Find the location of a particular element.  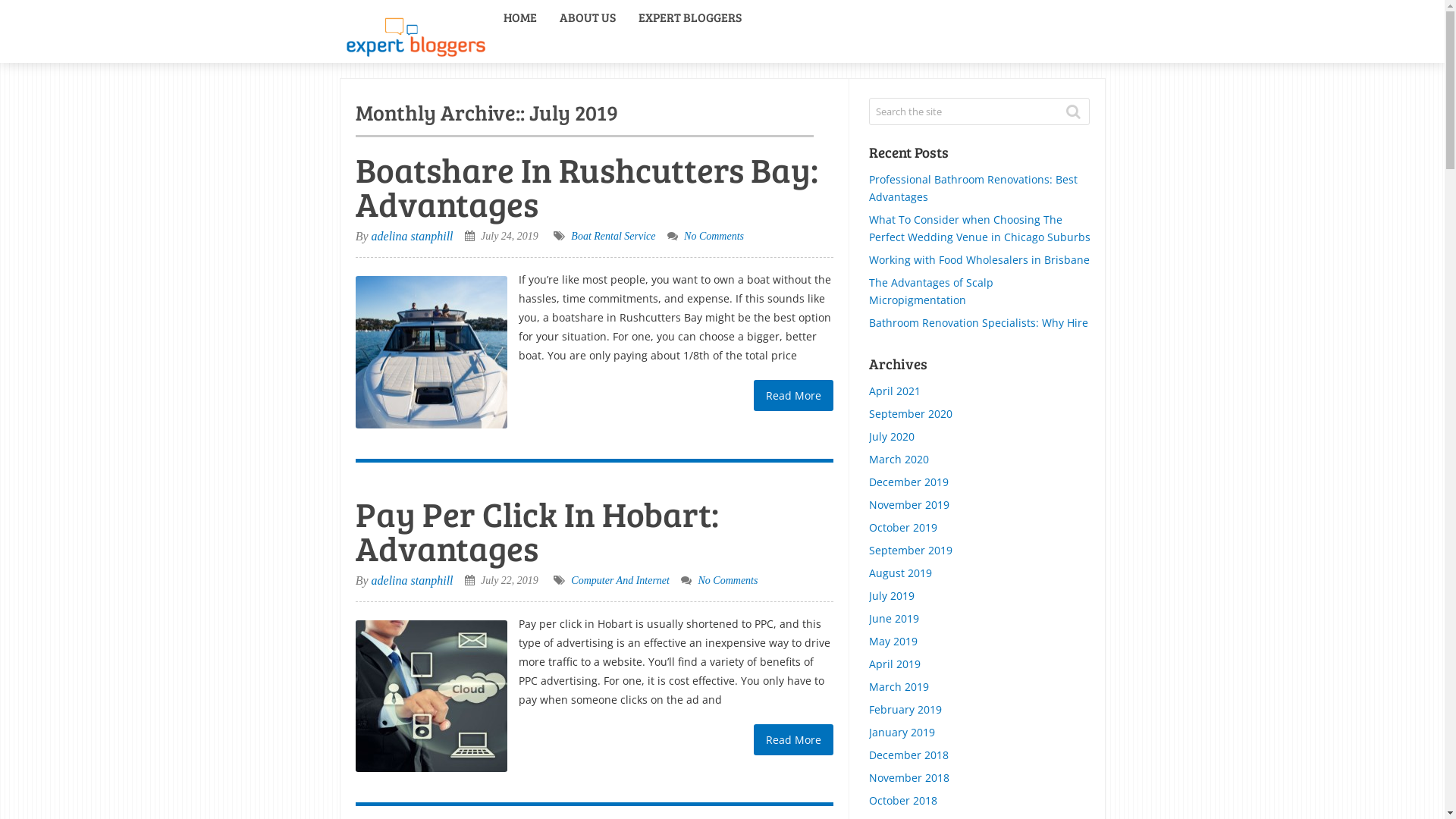

'Working with Food Wholesalers in Brisbane' is located at coordinates (869, 259).